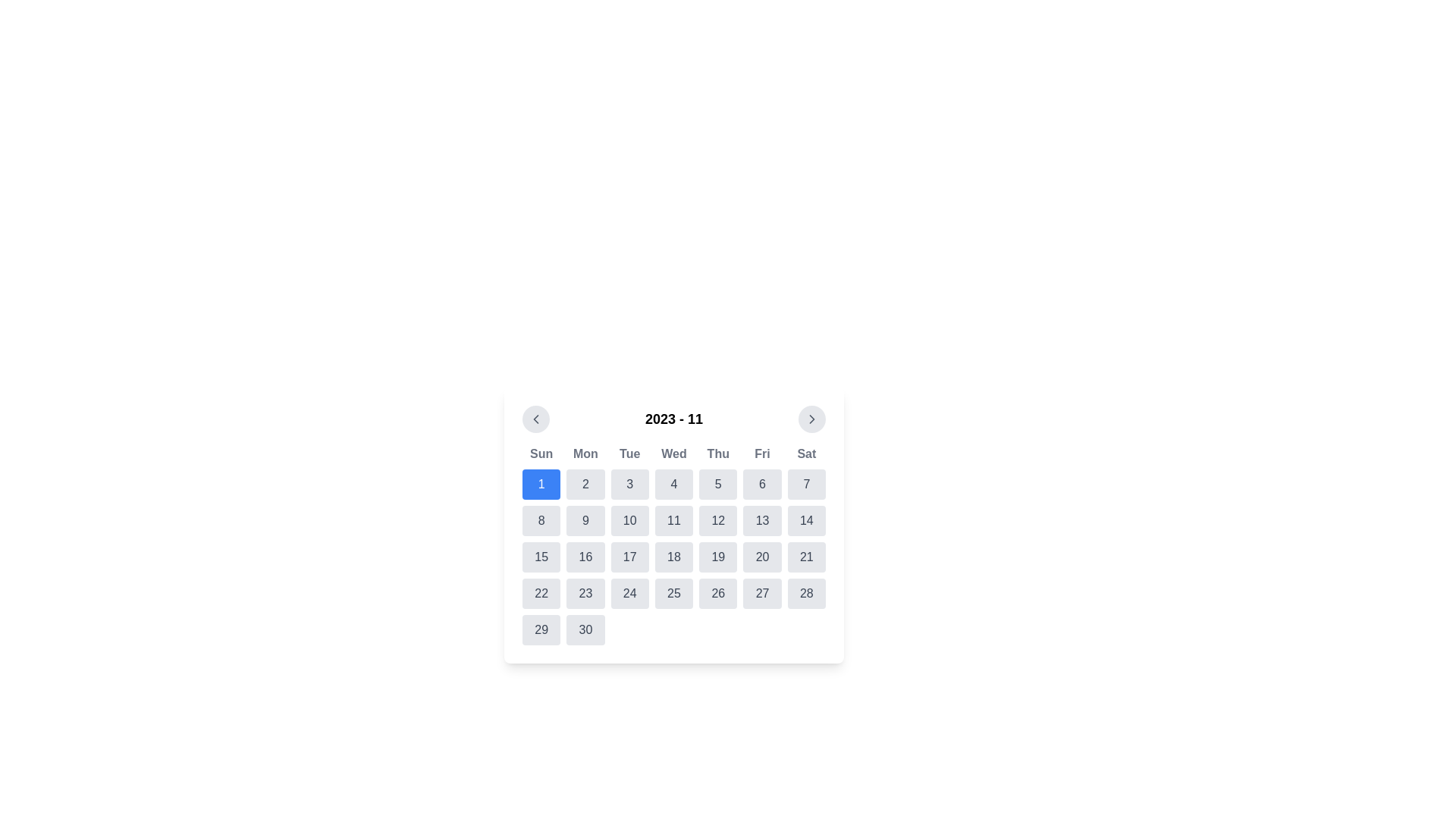 This screenshot has width=1456, height=819. What do you see at coordinates (673, 419) in the screenshot?
I see `the bold text label displaying the date range '2023 - 11' at the top of the calendar widget` at bounding box center [673, 419].